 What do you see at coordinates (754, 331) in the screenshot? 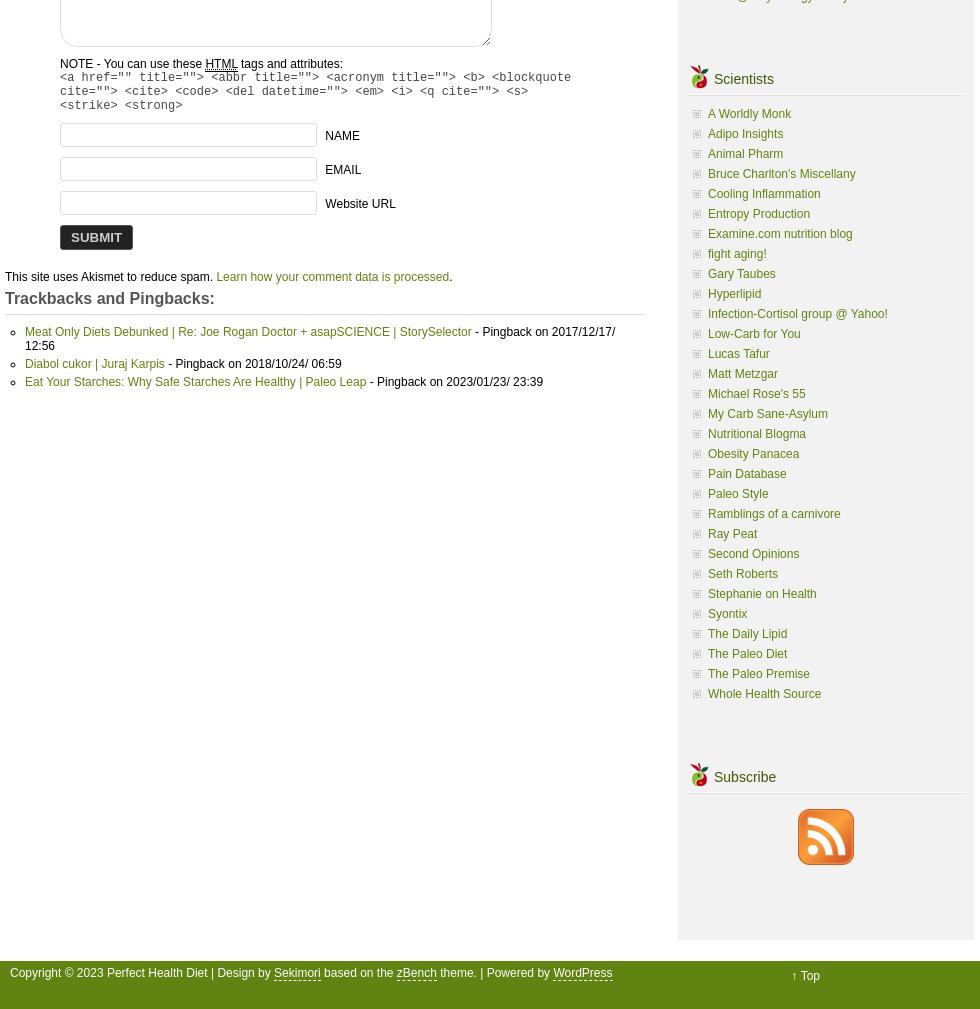
I see `'Low-Carb for You'` at bounding box center [754, 331].